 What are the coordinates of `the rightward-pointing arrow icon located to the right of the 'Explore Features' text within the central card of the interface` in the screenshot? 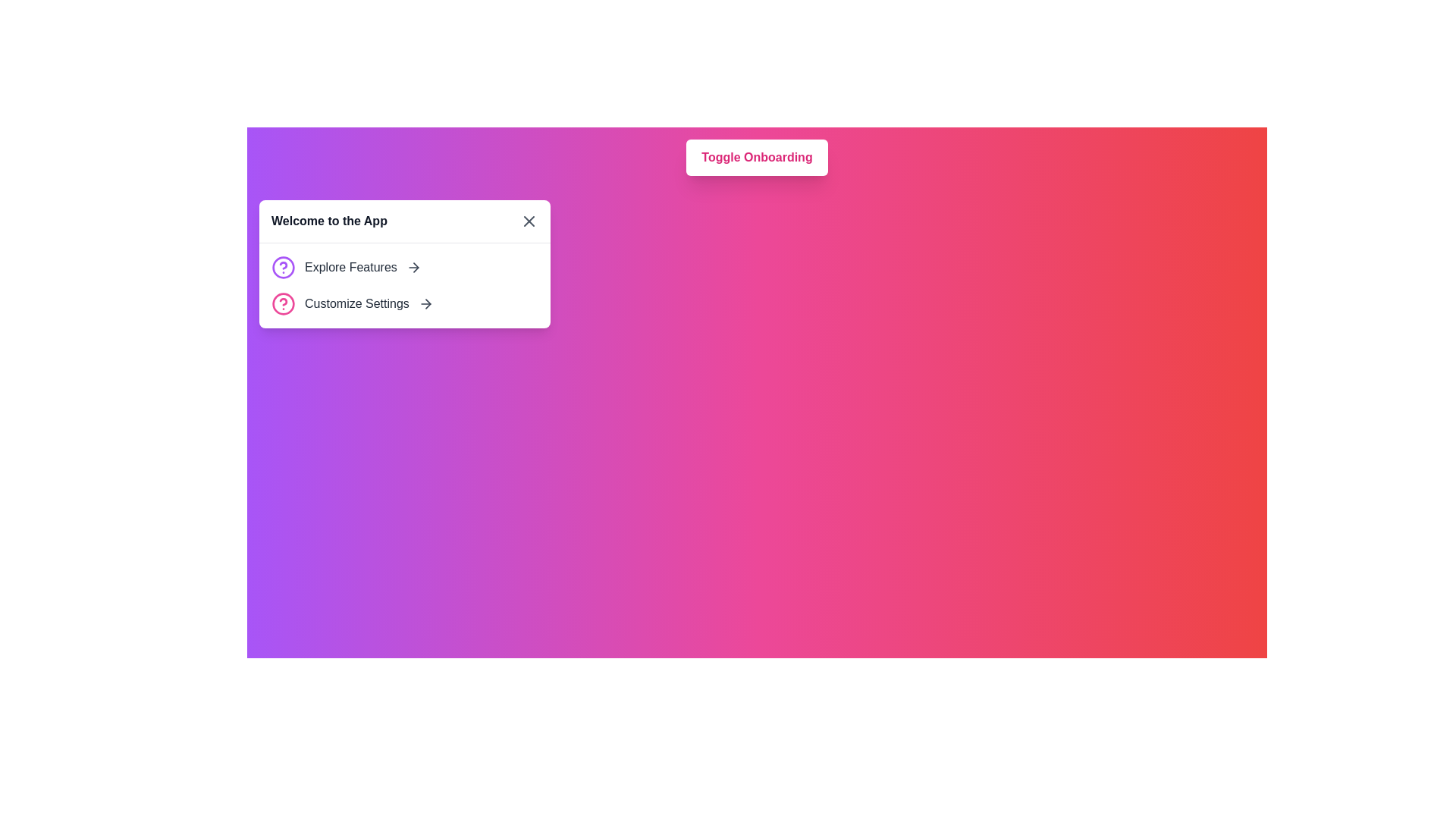 It's located at (413, 267).